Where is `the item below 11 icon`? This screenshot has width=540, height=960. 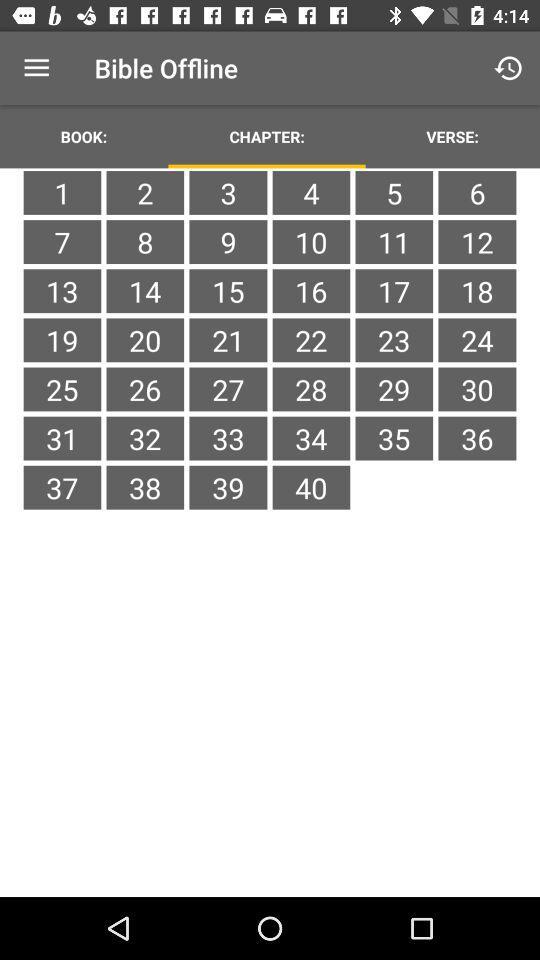 the item below 11 icon is located at coordinates (476, 290).